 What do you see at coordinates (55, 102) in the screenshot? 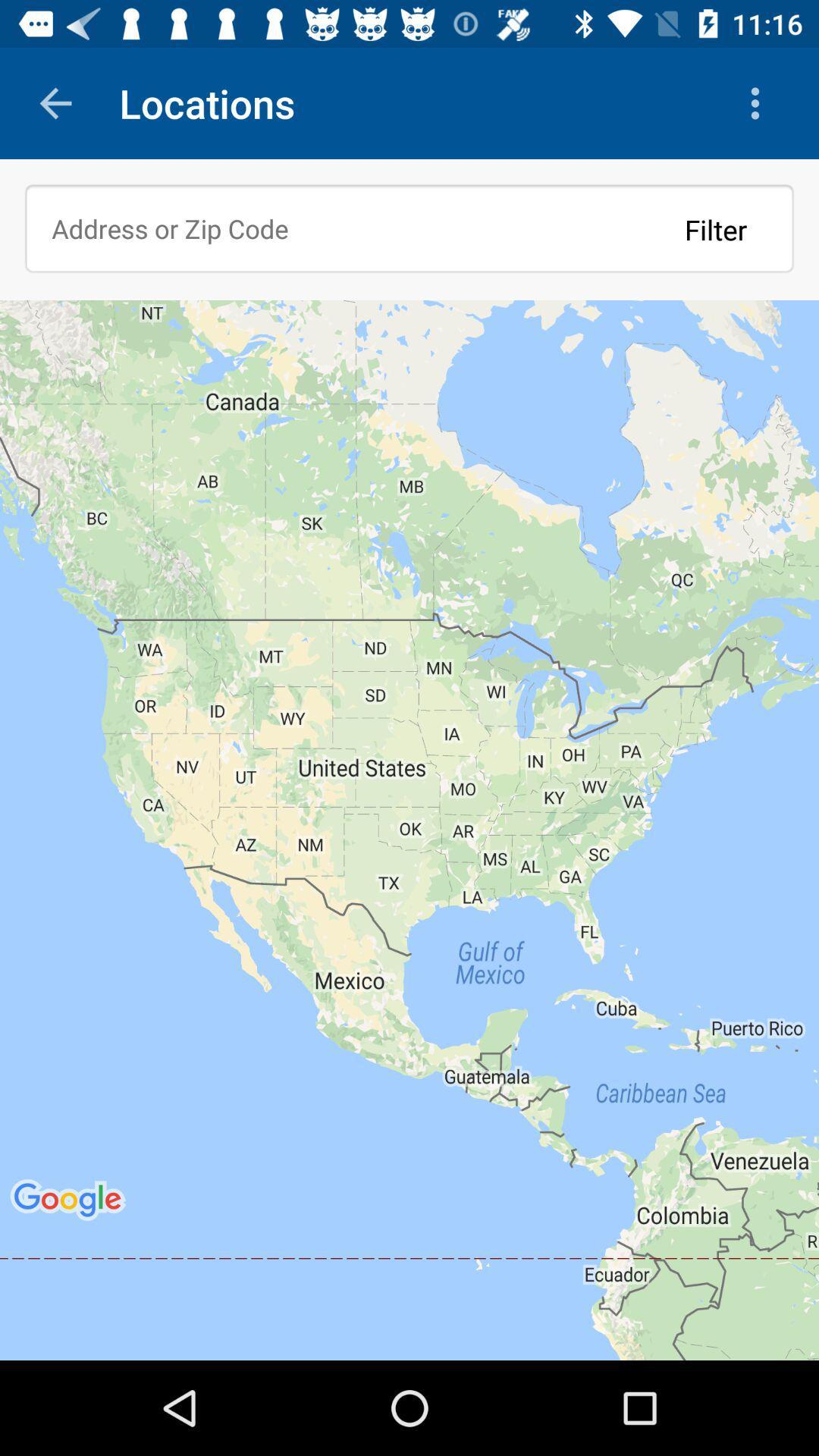
I see `item to the left of the locations icon` at bounding box center [55, 102].